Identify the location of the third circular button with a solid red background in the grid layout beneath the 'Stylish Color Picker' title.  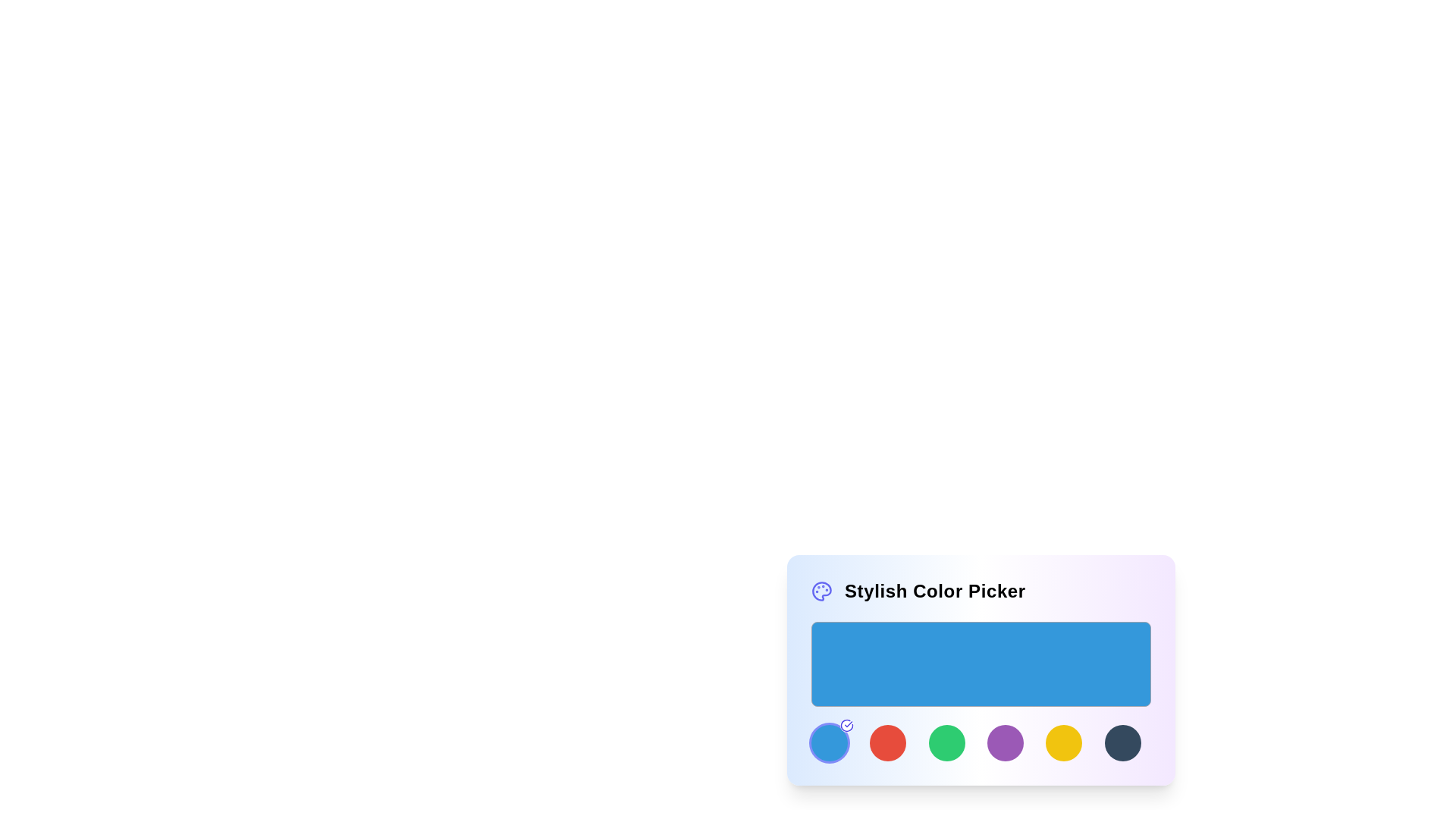
(888, 742).